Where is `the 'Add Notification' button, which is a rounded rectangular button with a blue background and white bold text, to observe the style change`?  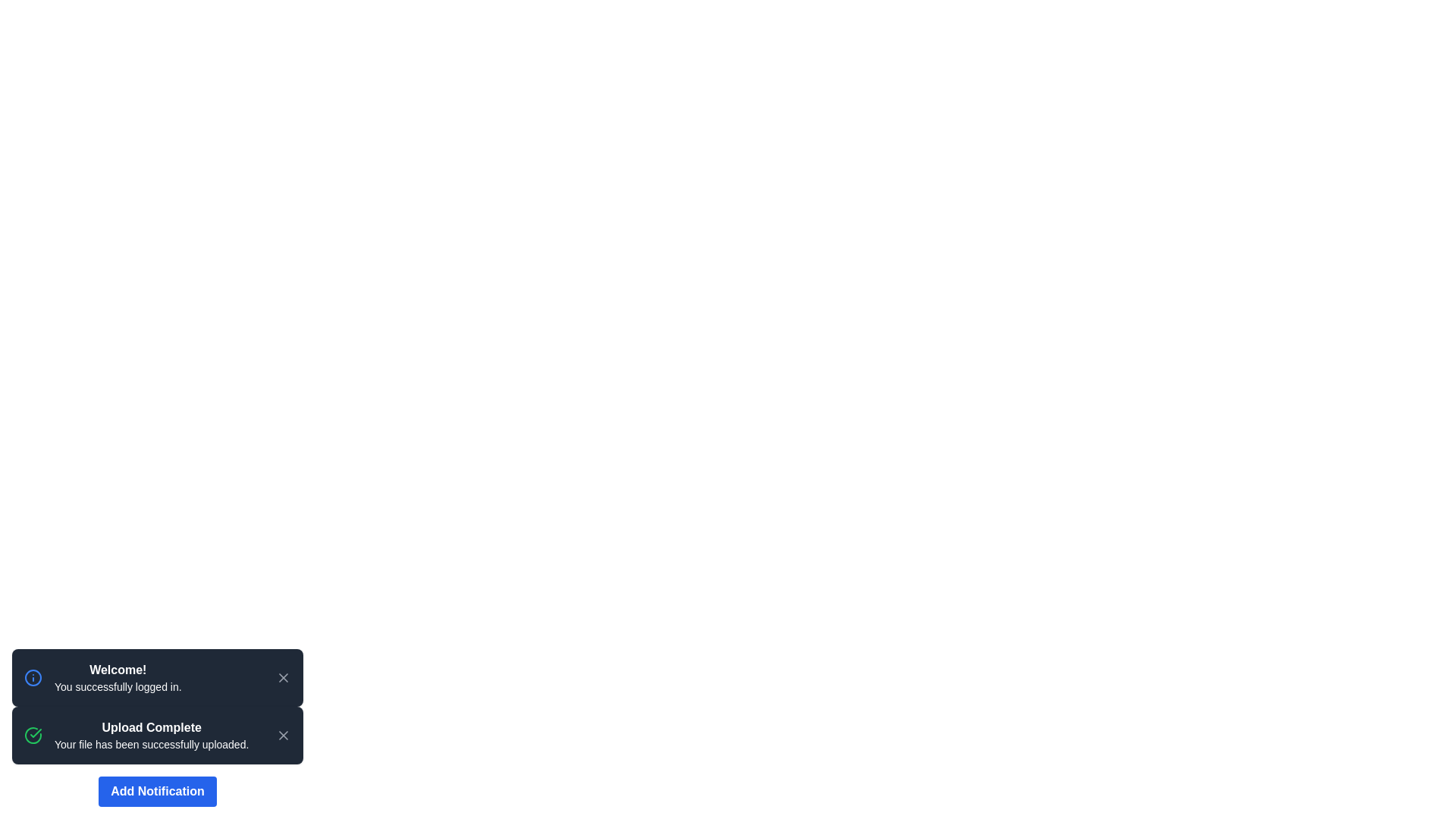 the 'Add Notification' button, which is a rounded rectangular button with a blue background and white bold text, to observe the style change is located at coordinates (157, 791).